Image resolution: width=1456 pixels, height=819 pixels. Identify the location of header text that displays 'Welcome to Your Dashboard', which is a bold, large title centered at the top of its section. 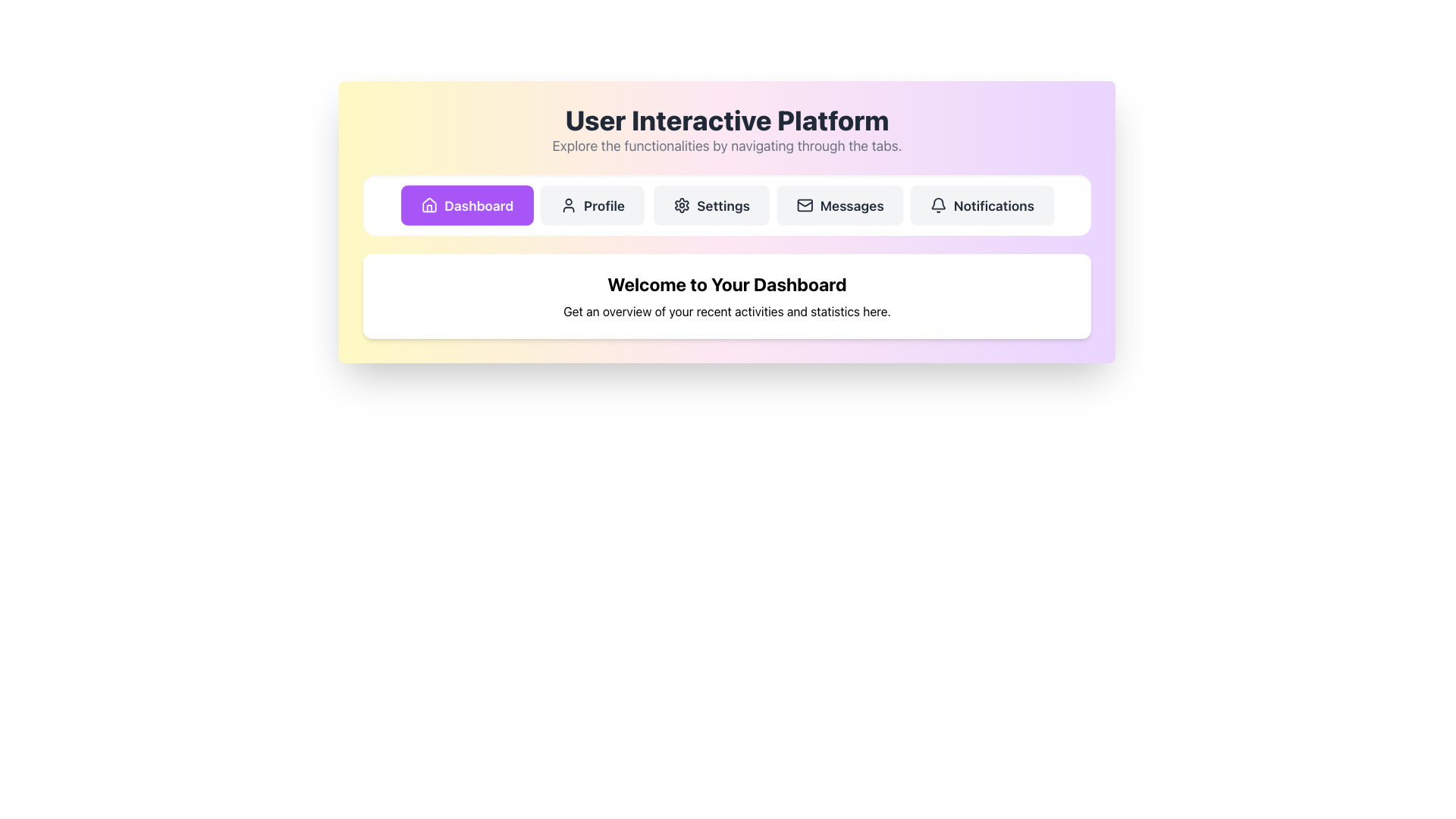
(726, 284).